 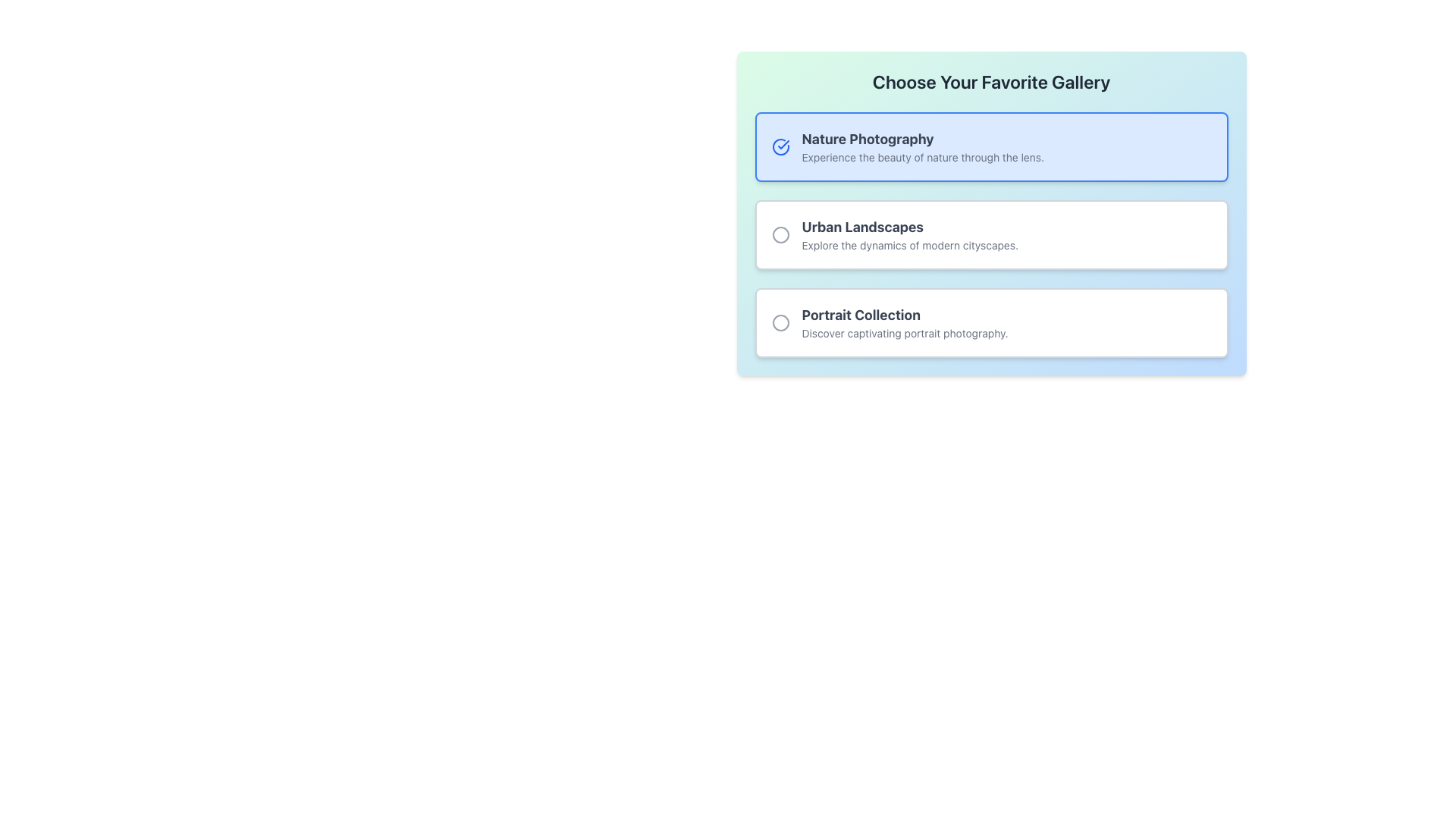 What do you see at coordinates (780, 146) in the screenshot?
I see `the small curved blue arc in the top-left of the circular icon next to the 'Nature Photography' text` at bounding box center [780, 146].